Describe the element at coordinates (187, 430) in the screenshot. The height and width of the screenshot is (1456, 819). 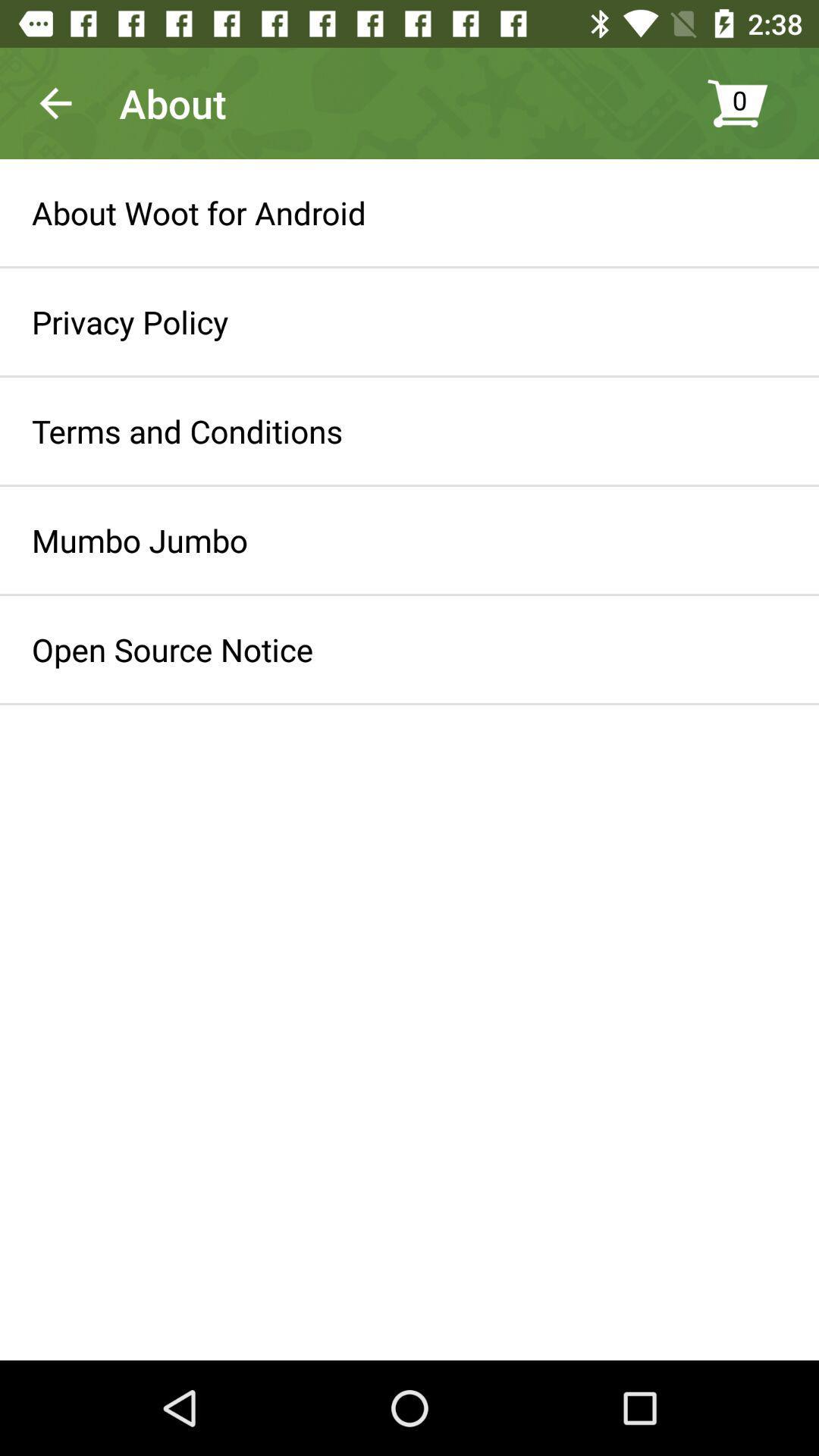
I see `terms and conditions item` at that location.